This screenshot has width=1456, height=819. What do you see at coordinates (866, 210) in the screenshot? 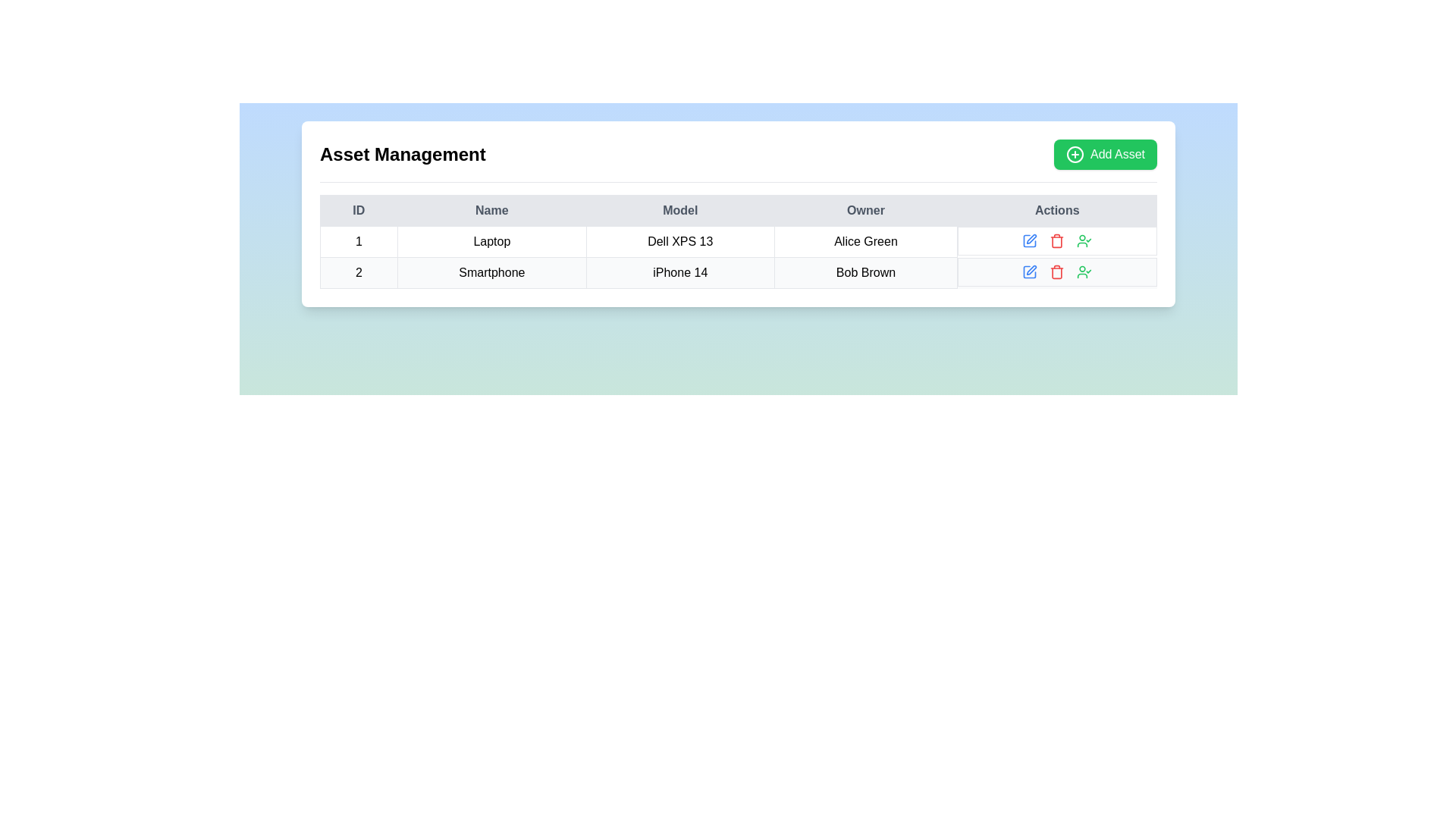
I see `the 'Owner' column header in the Asset Management table, which is located between the 'Model' and 'Actions' headers` at bounding box center [866, 210].